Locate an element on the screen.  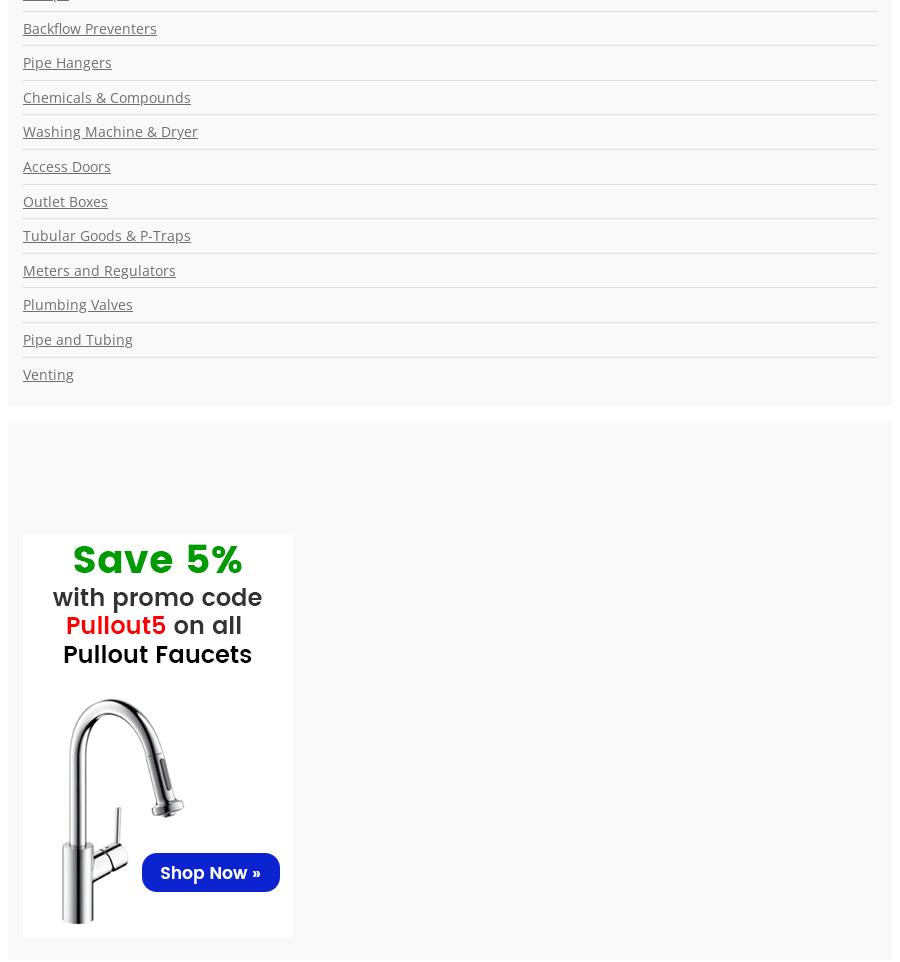
'Backflow Preventers' is located at coordinates (89, 26).